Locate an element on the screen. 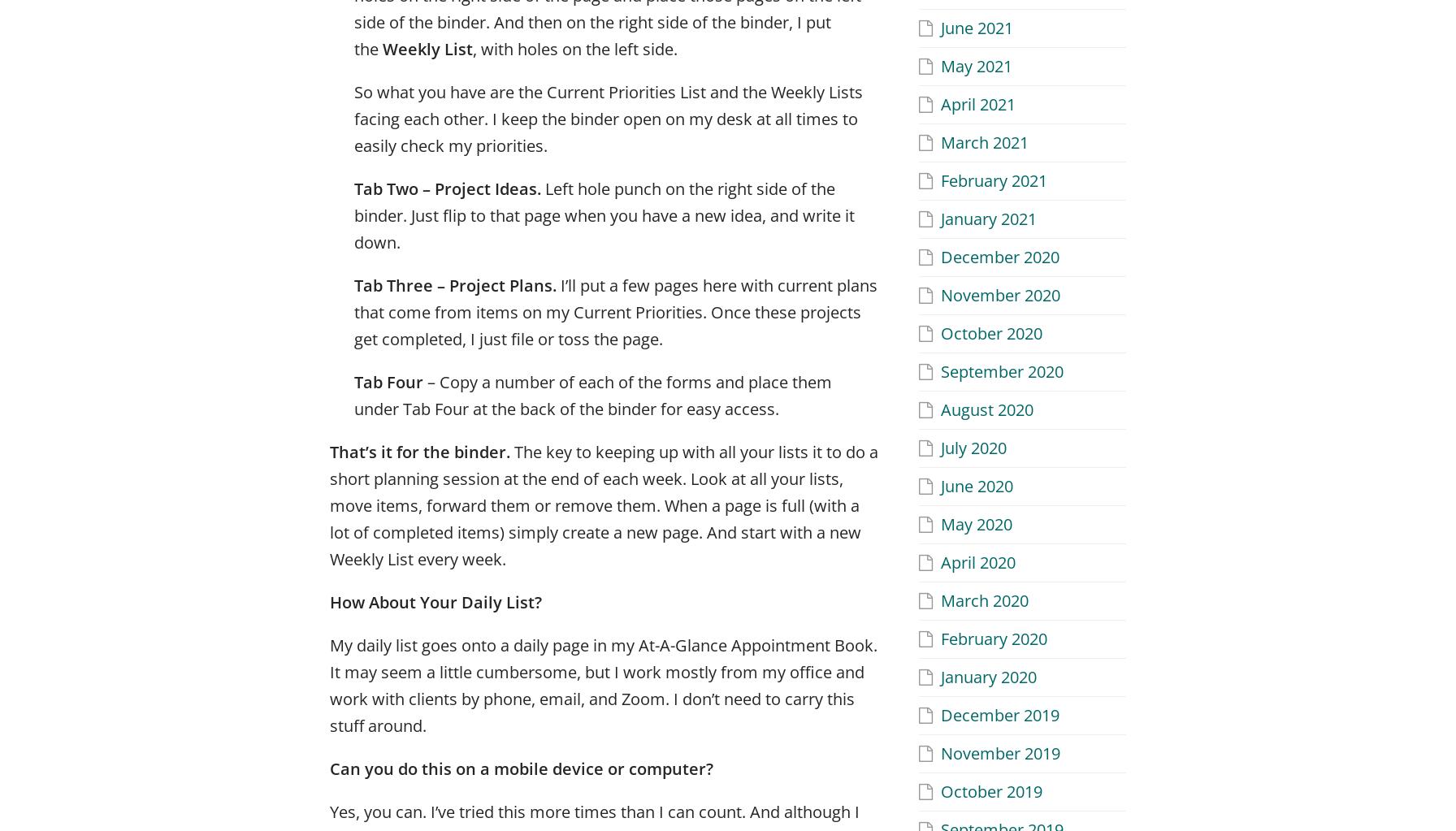 The width and height of the screenshot is (1456, 831). 'The key to keeping up with all your lists it to do a short planning session at the end of each week. Look at all your lists, move items, forward them or remove them. When a page is full (with a lot of completed items) simply create a new page. And start with a new Weekly List every week.' is located at coordinates (330, 504).